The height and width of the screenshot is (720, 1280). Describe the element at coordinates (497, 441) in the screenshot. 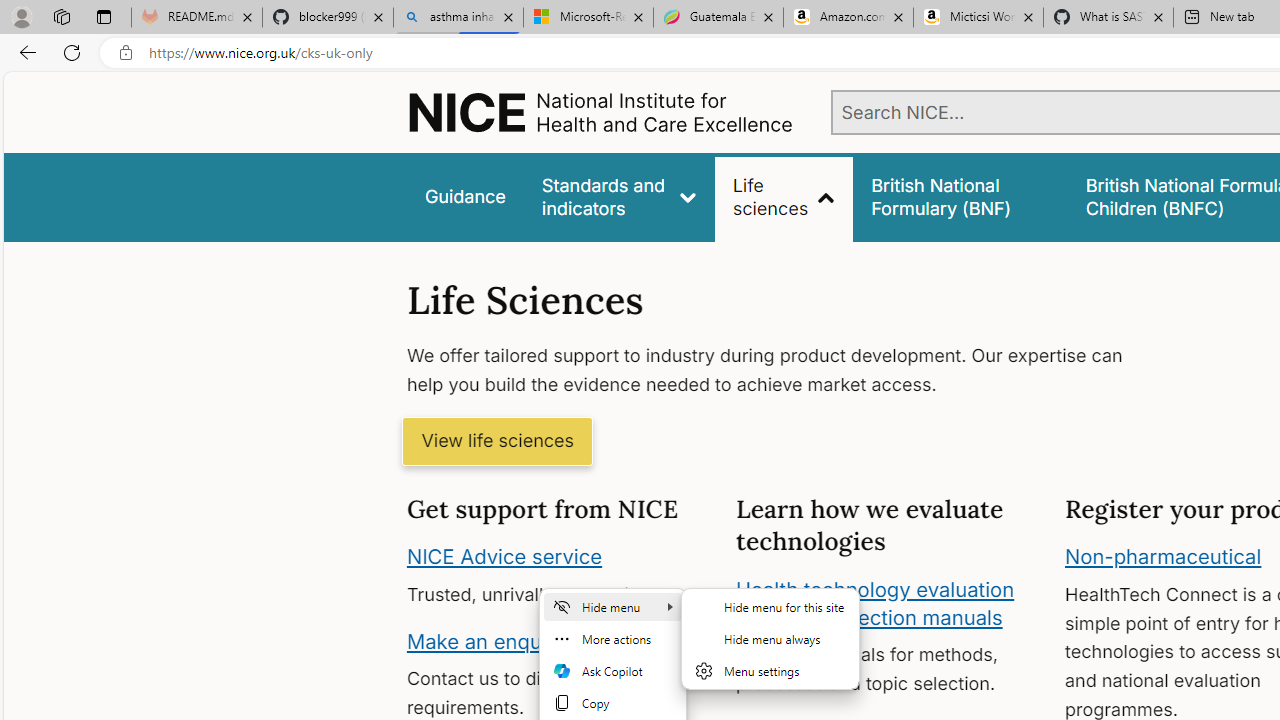

I see `'View life sciences'` at that location.